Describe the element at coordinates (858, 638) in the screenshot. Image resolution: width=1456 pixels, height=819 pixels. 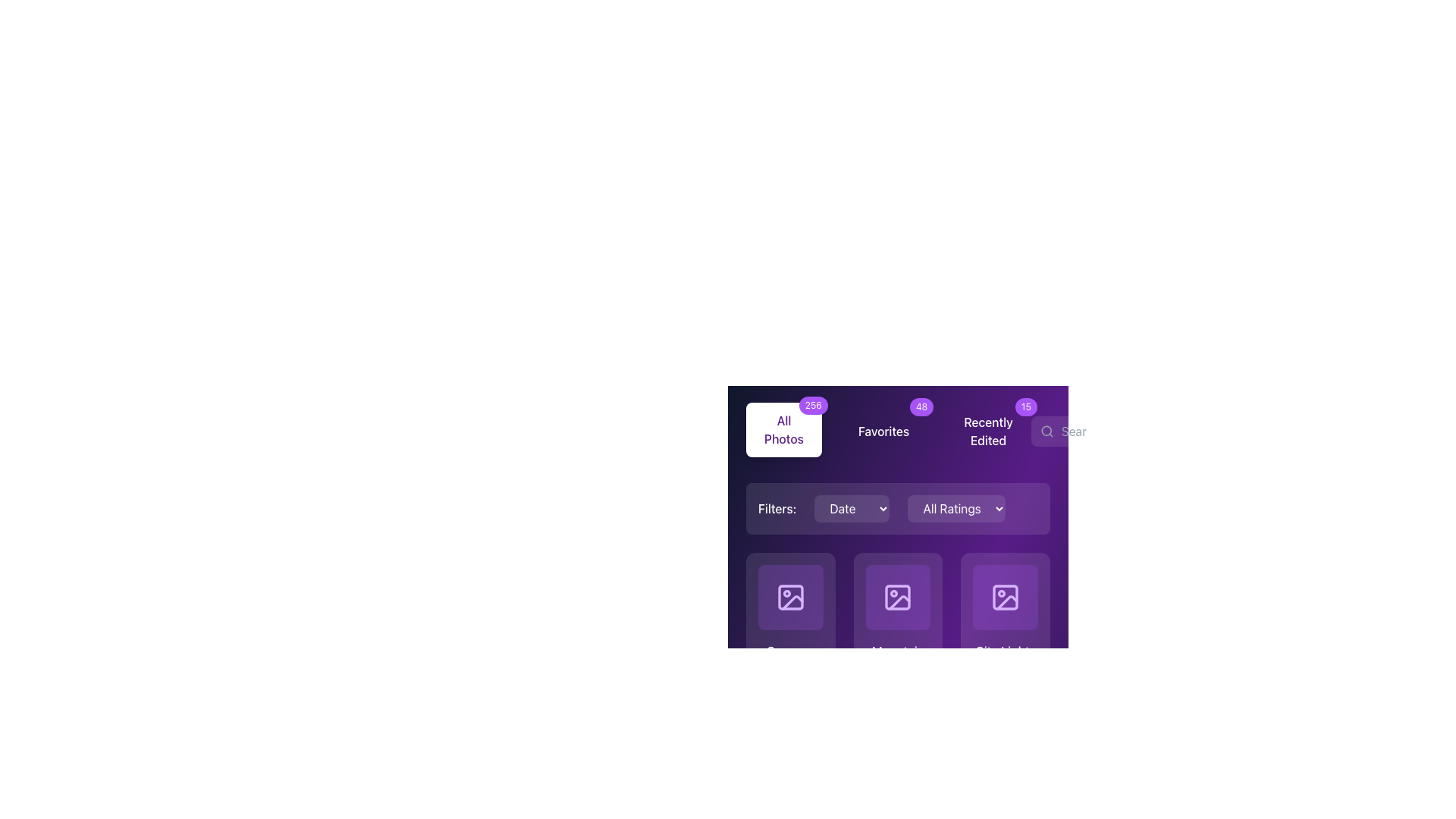
I see `the first circular button located below an image thumbnail` at that location.